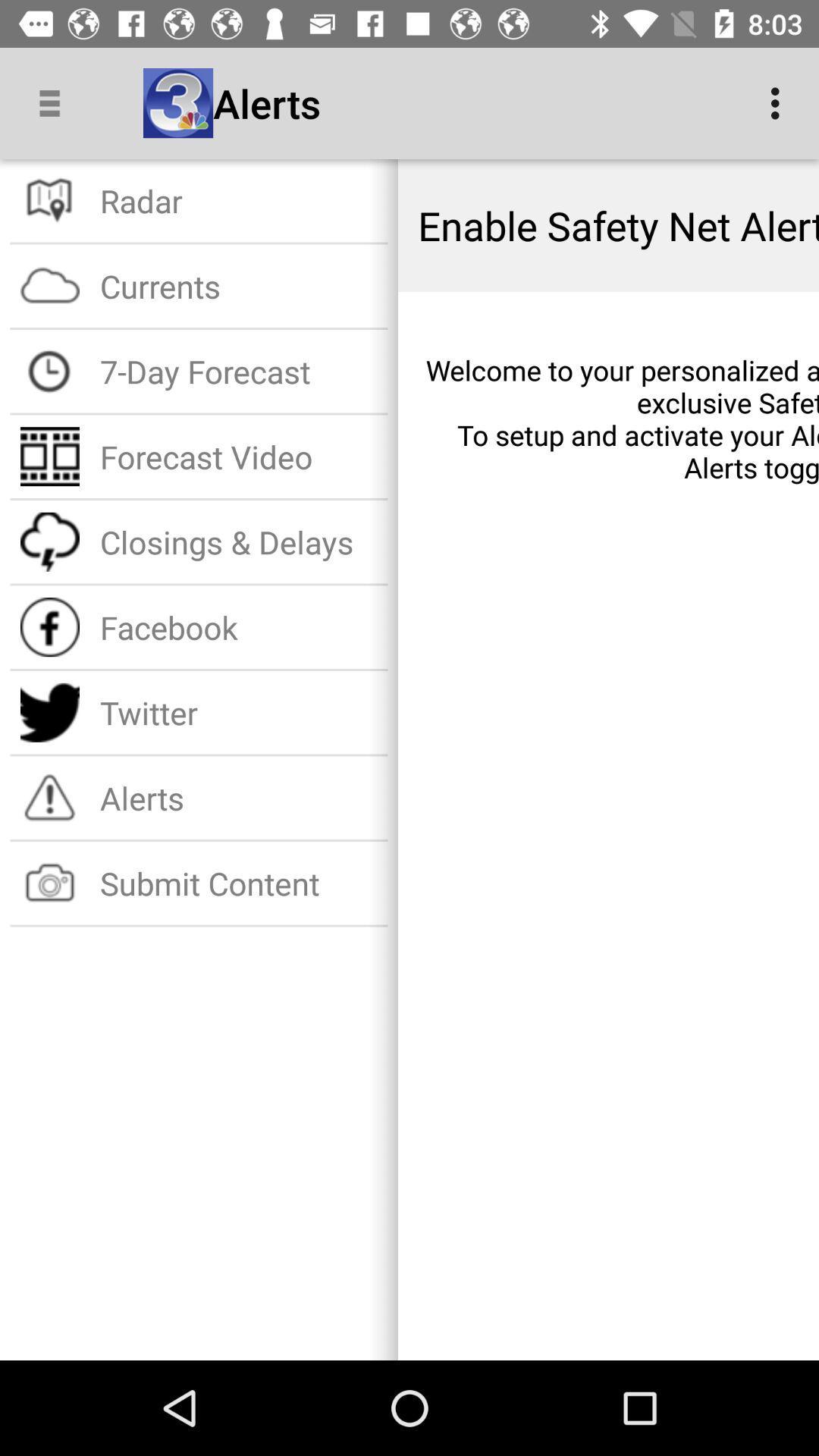 This screenshot has width=819, height=1456. Describe the element at coordinates (239, 883) in the screenshot. I see `the submit content` at that location.